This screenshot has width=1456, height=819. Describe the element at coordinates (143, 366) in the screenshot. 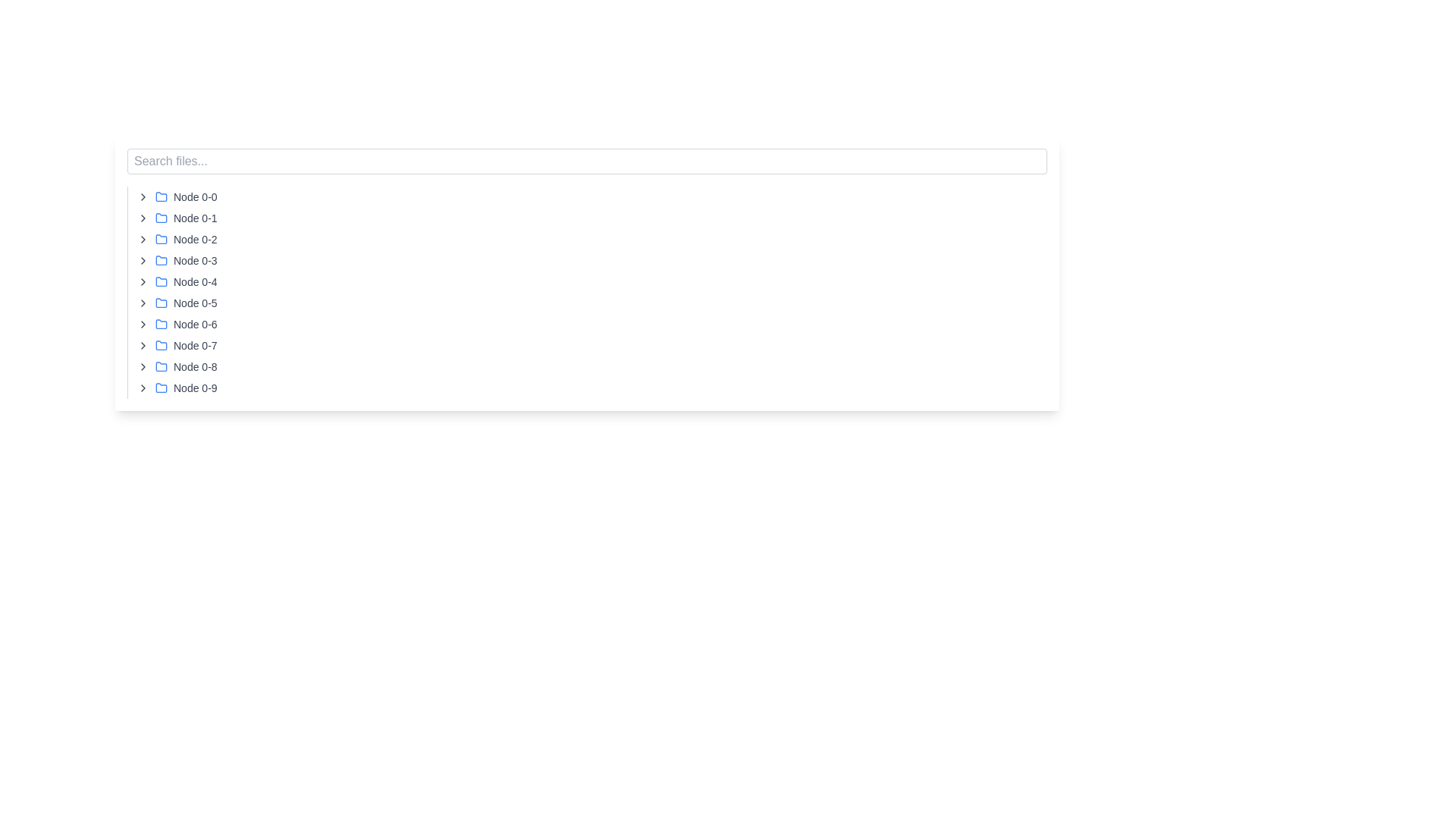

I see `the right-pointing chevron icon` at that location.